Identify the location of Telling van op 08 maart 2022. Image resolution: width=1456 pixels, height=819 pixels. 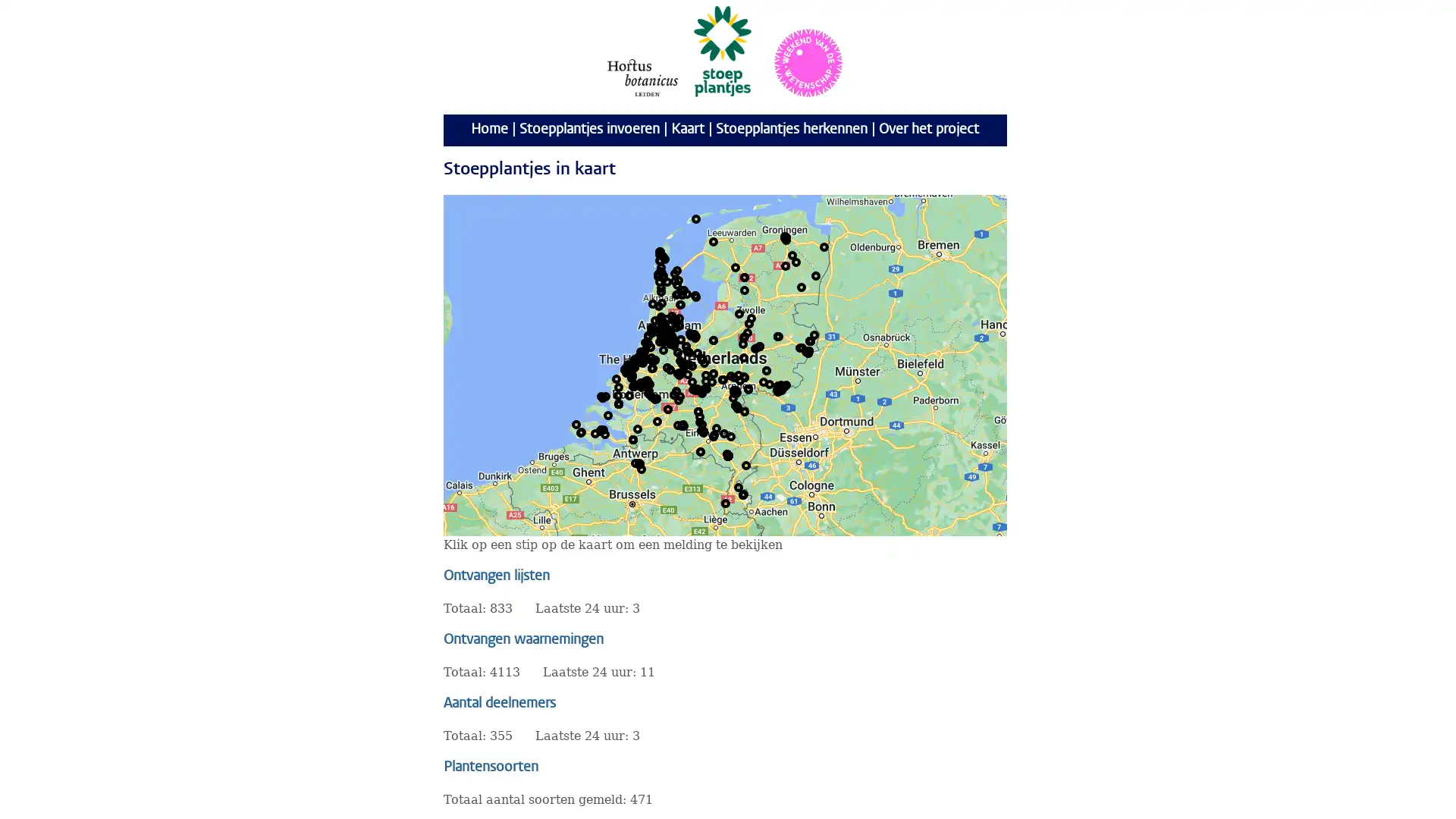
(663, 339).